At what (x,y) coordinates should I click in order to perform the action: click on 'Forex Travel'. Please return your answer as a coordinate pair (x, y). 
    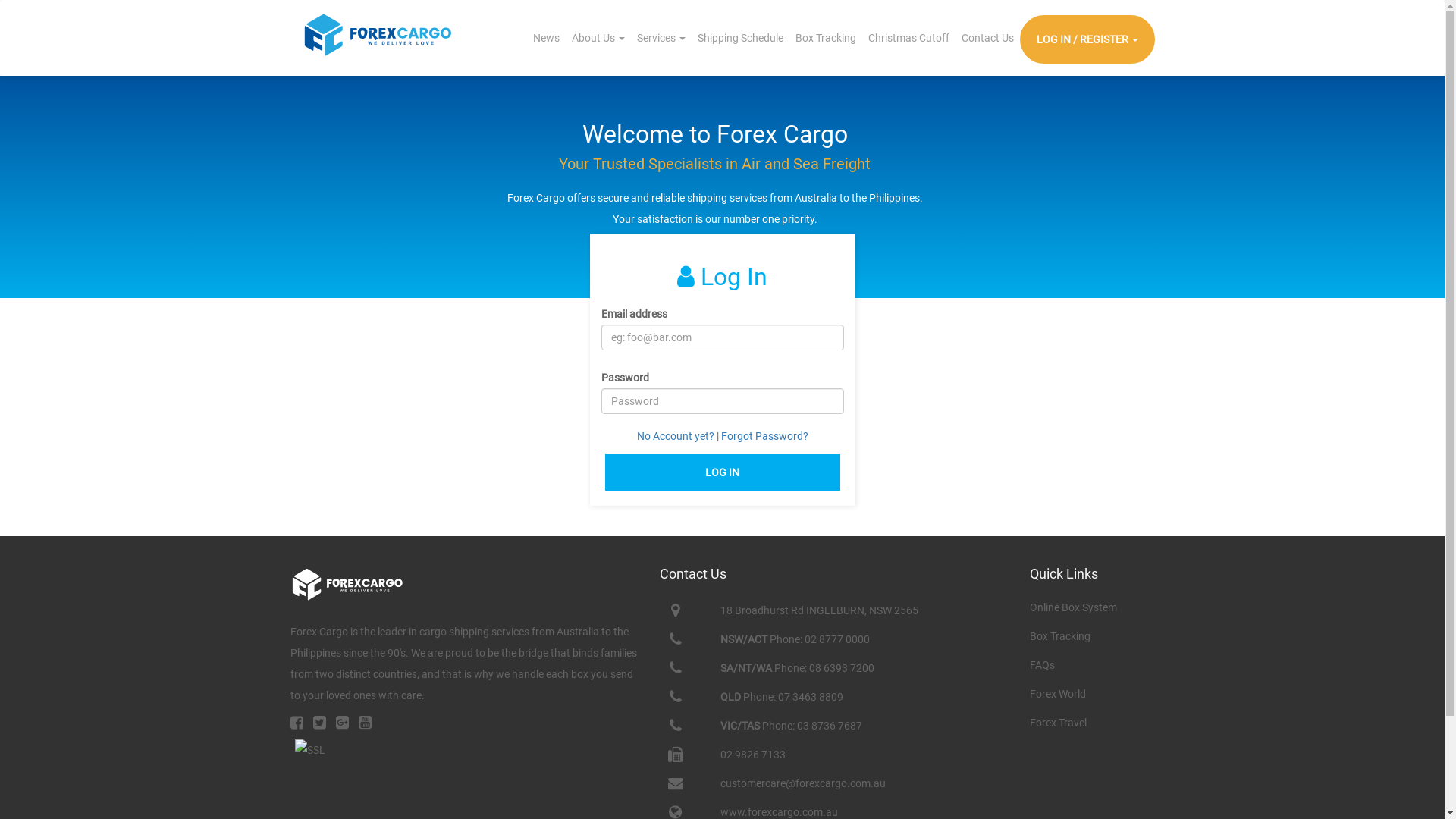
    Looking at the image, I should click on (1057, 721).